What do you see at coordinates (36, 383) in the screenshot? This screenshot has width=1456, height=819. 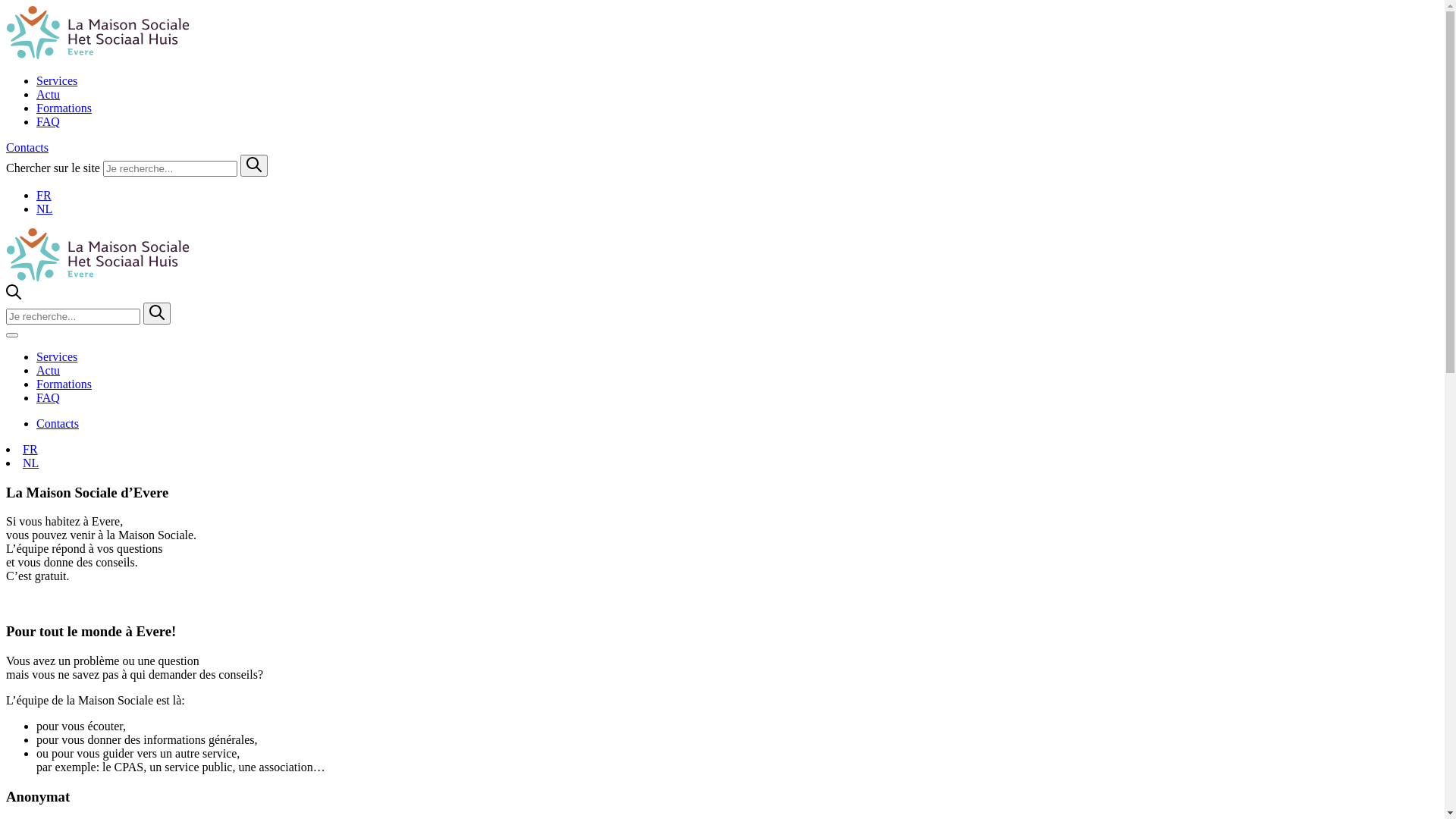 I see `'Formations'` at bounding box center [36, 383].